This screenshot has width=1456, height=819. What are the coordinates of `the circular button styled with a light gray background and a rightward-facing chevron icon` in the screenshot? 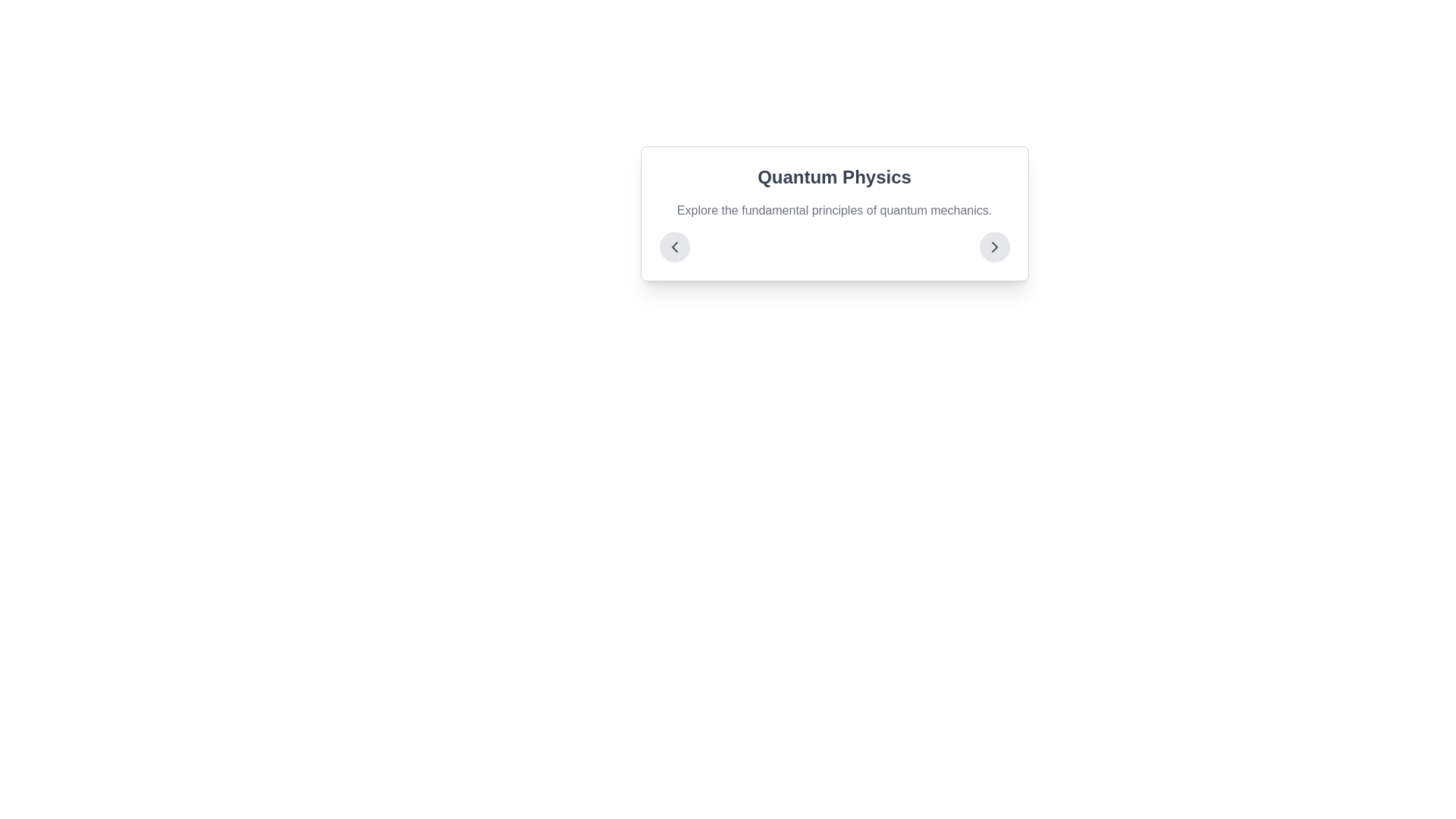 It's located at (994, 246).